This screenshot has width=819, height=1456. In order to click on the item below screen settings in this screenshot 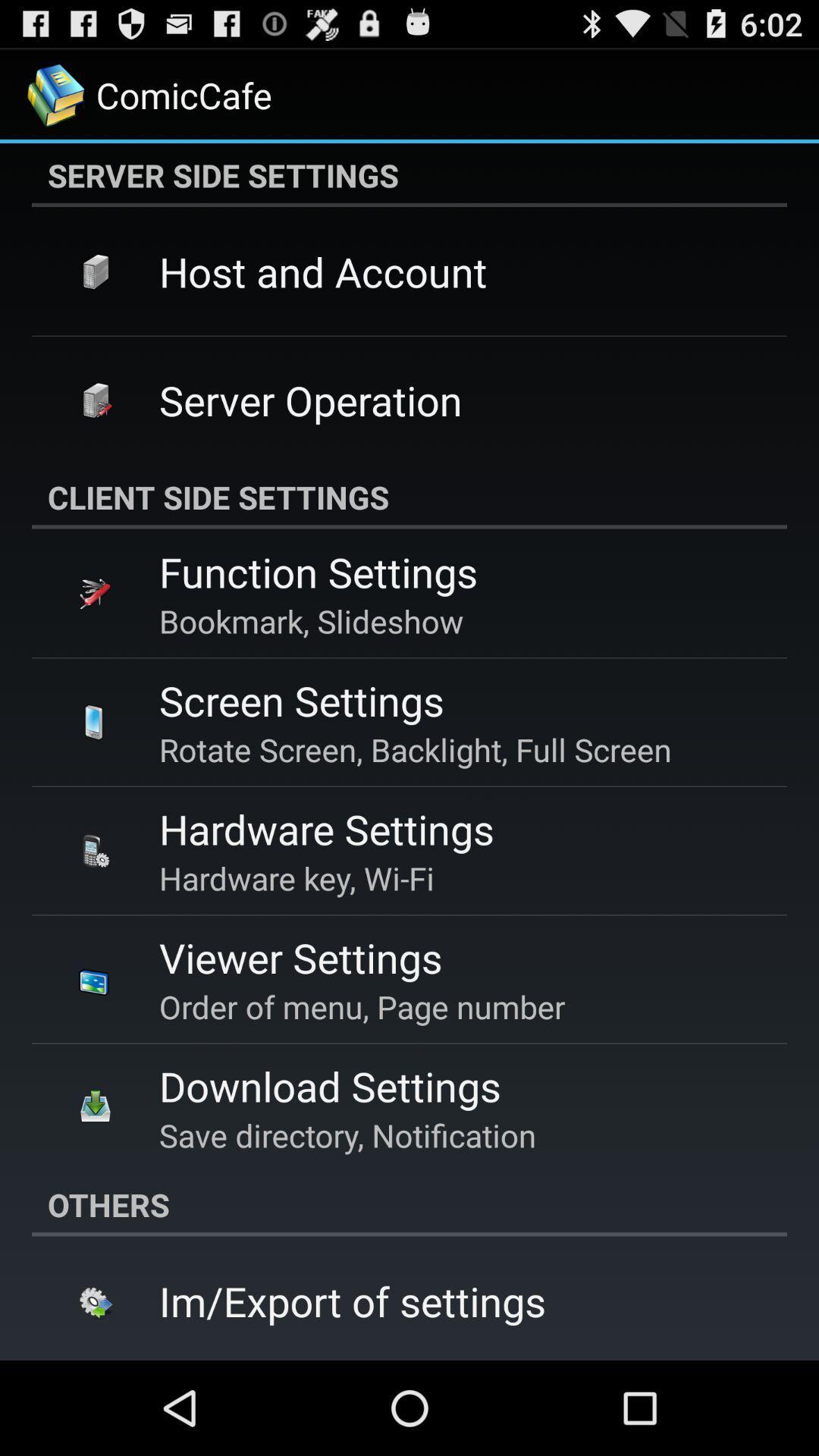, I will do `click(415, 749)`.